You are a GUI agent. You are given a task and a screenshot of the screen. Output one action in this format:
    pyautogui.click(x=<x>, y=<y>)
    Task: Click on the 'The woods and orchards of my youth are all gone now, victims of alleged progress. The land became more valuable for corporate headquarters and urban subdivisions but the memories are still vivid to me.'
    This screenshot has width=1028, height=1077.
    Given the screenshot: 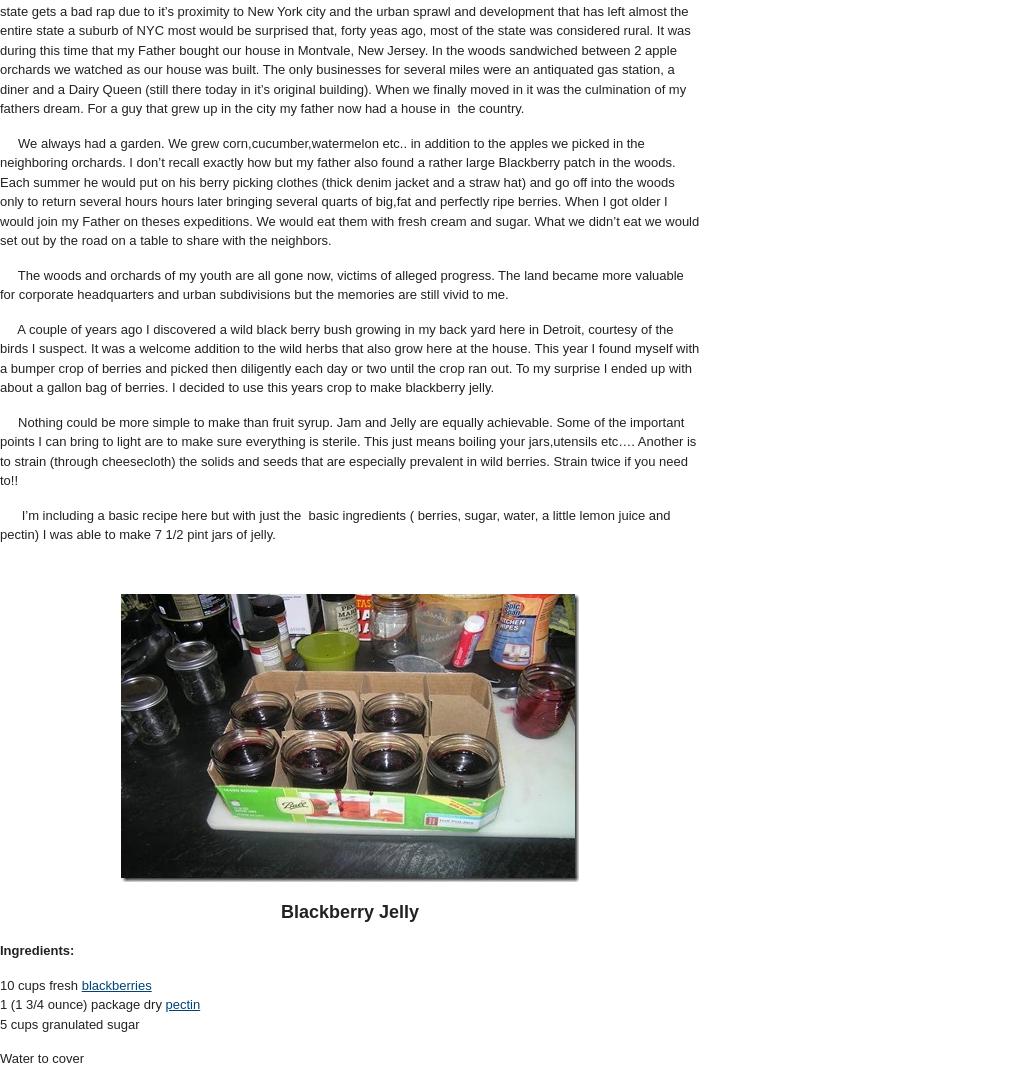 What is the action you would take?
    pyautogui.click(x=0, y=283)
    